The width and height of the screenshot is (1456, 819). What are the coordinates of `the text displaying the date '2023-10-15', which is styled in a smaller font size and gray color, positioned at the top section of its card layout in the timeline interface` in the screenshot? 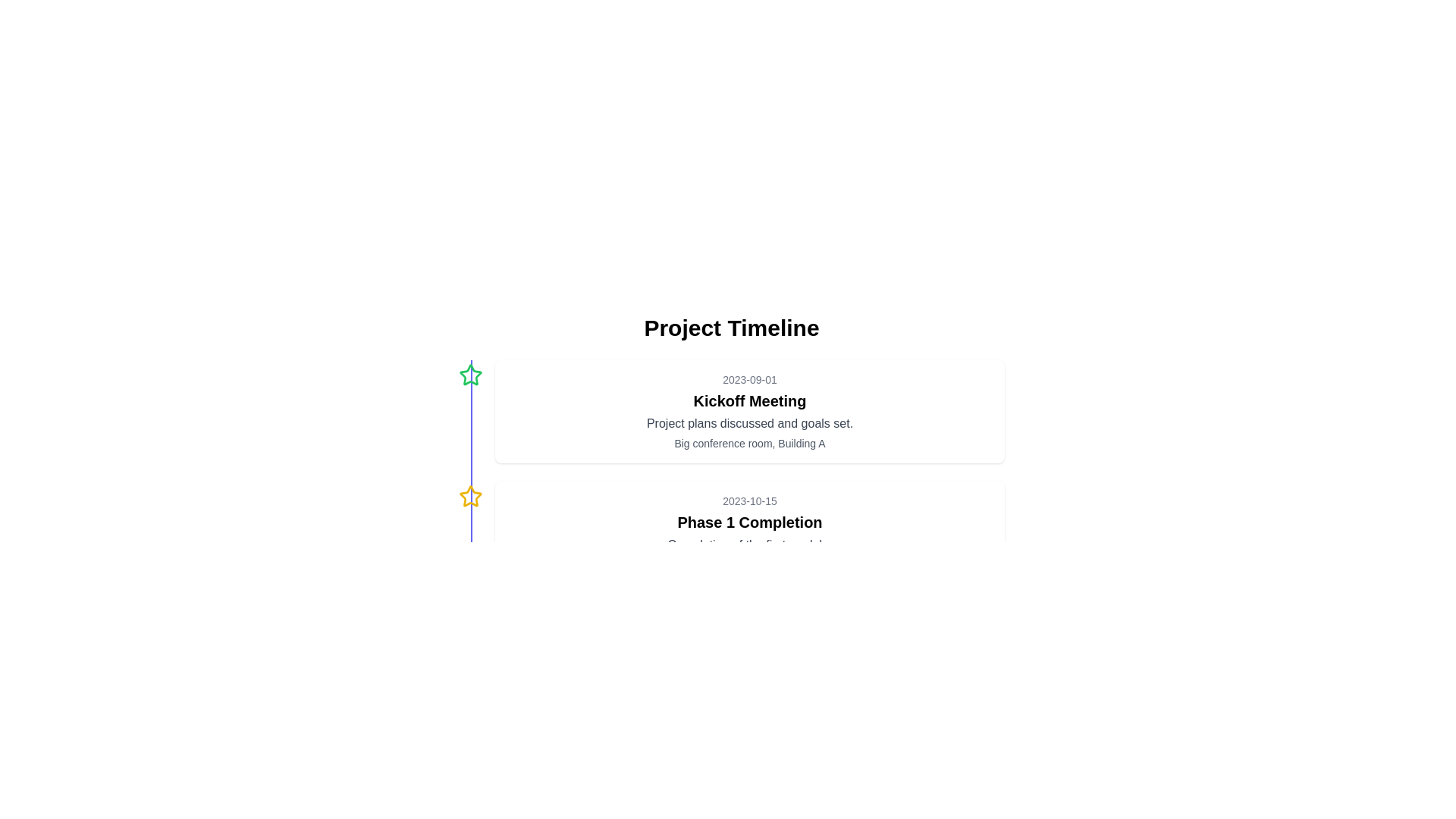 It's located at (749, 500).